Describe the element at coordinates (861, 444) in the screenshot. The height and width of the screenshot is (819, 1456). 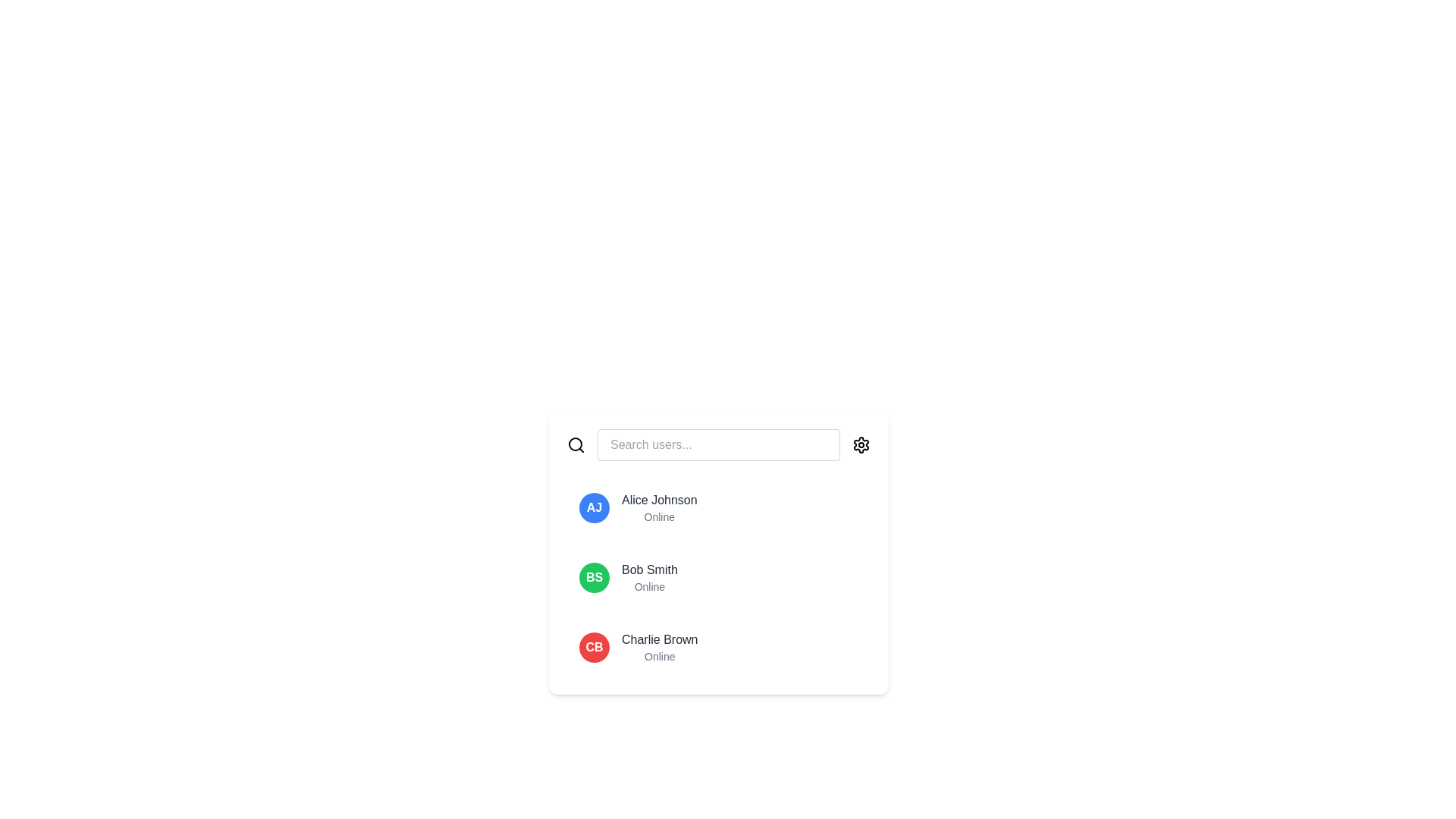
I see `the gear-shaped icon with a hollow outline and central circle` at that location.